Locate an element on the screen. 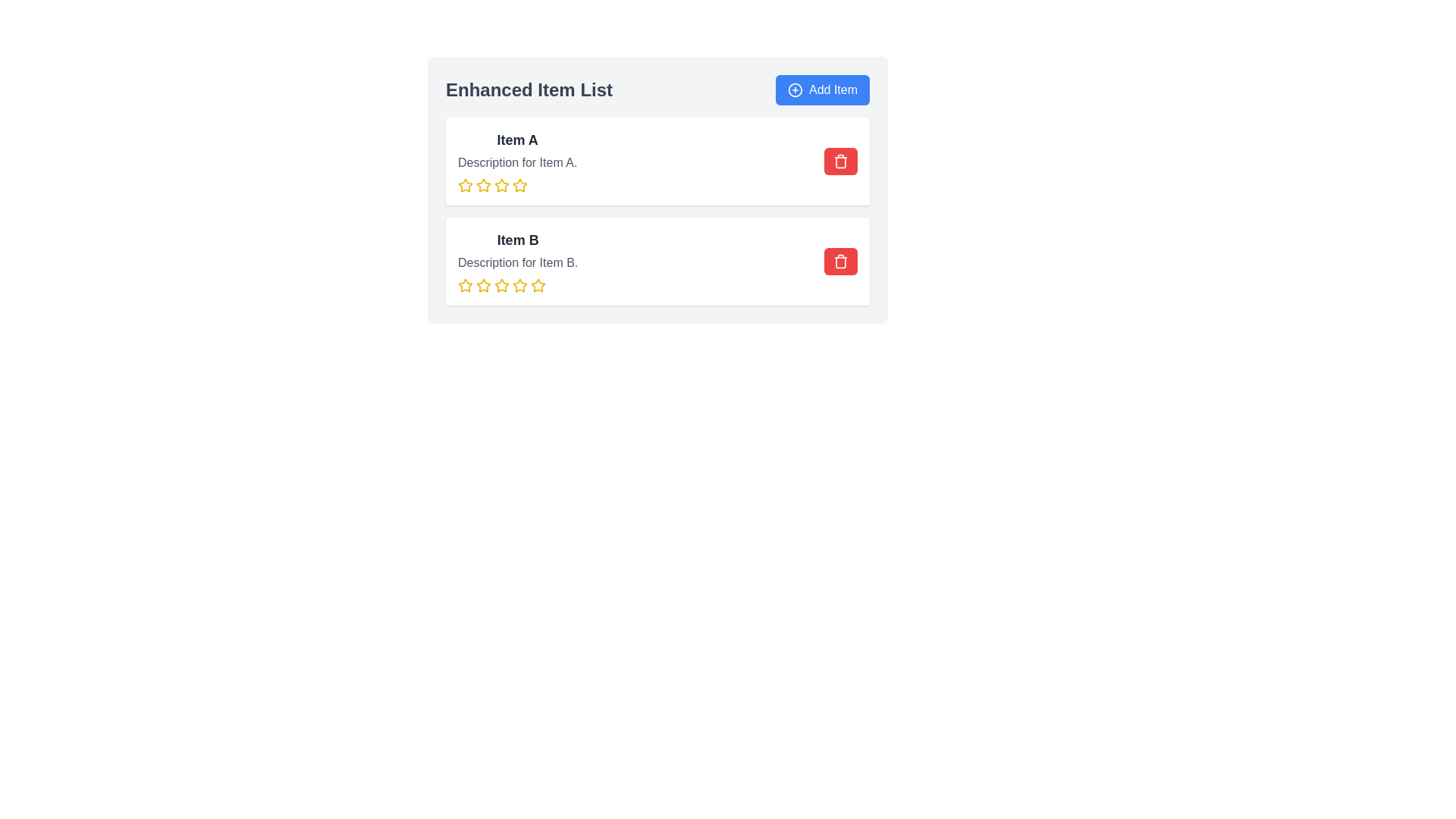 The height and width of the screenshot is (819, 1456). the fourth star icon in the rating system is located at coordinates (502, 286).